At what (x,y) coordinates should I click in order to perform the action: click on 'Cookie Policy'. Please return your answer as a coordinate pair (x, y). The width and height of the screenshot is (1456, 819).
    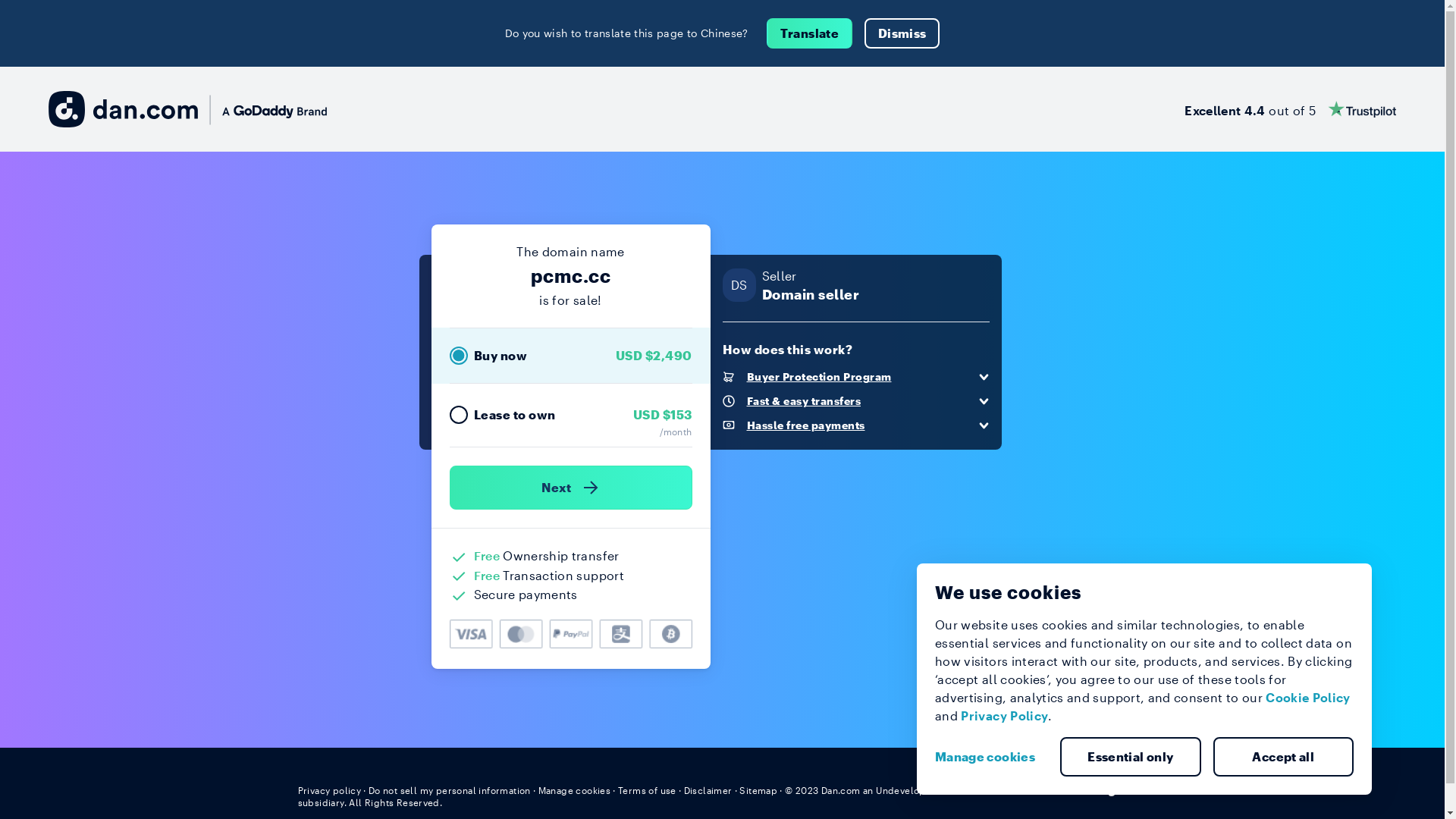
    Looking at the image, I should click on (1307, 697).